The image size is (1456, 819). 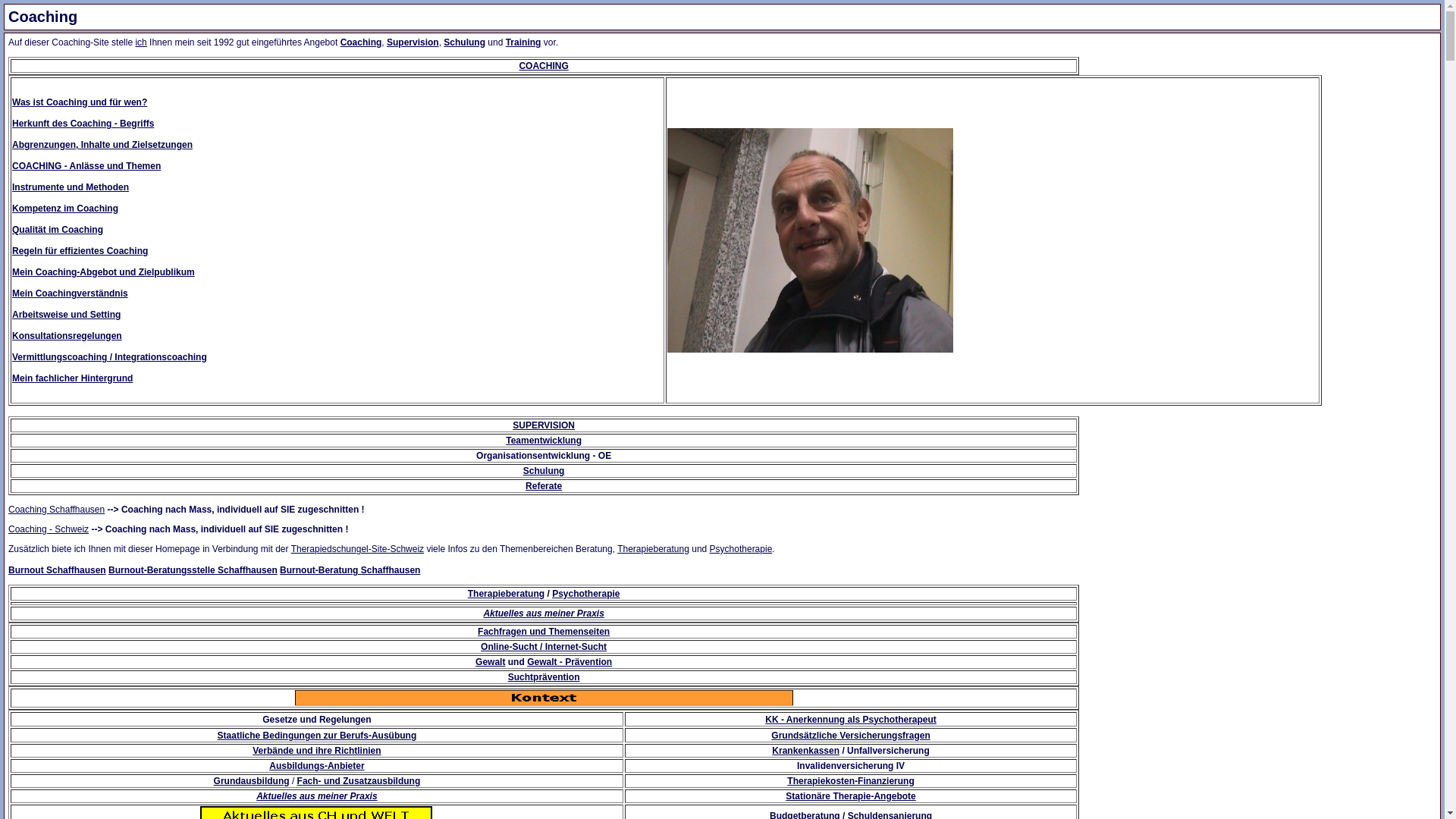 What do you see at coordinates (11, 314) in the screenshot?
I see `'Arbeitsweise und Setting'` at bounding box center [11, 314].